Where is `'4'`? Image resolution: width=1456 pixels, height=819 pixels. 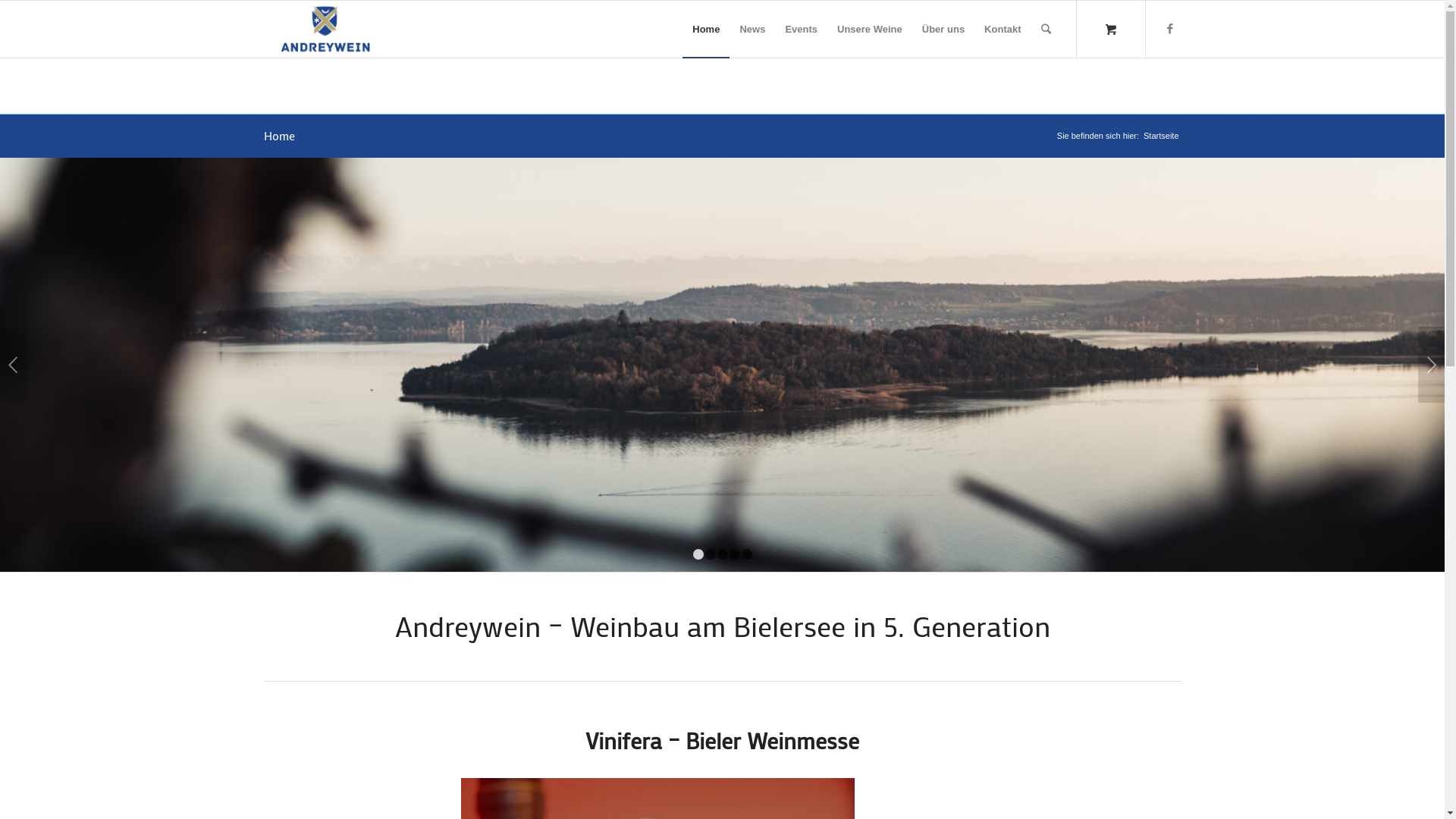
'4' is located at coordinates (735, 554).